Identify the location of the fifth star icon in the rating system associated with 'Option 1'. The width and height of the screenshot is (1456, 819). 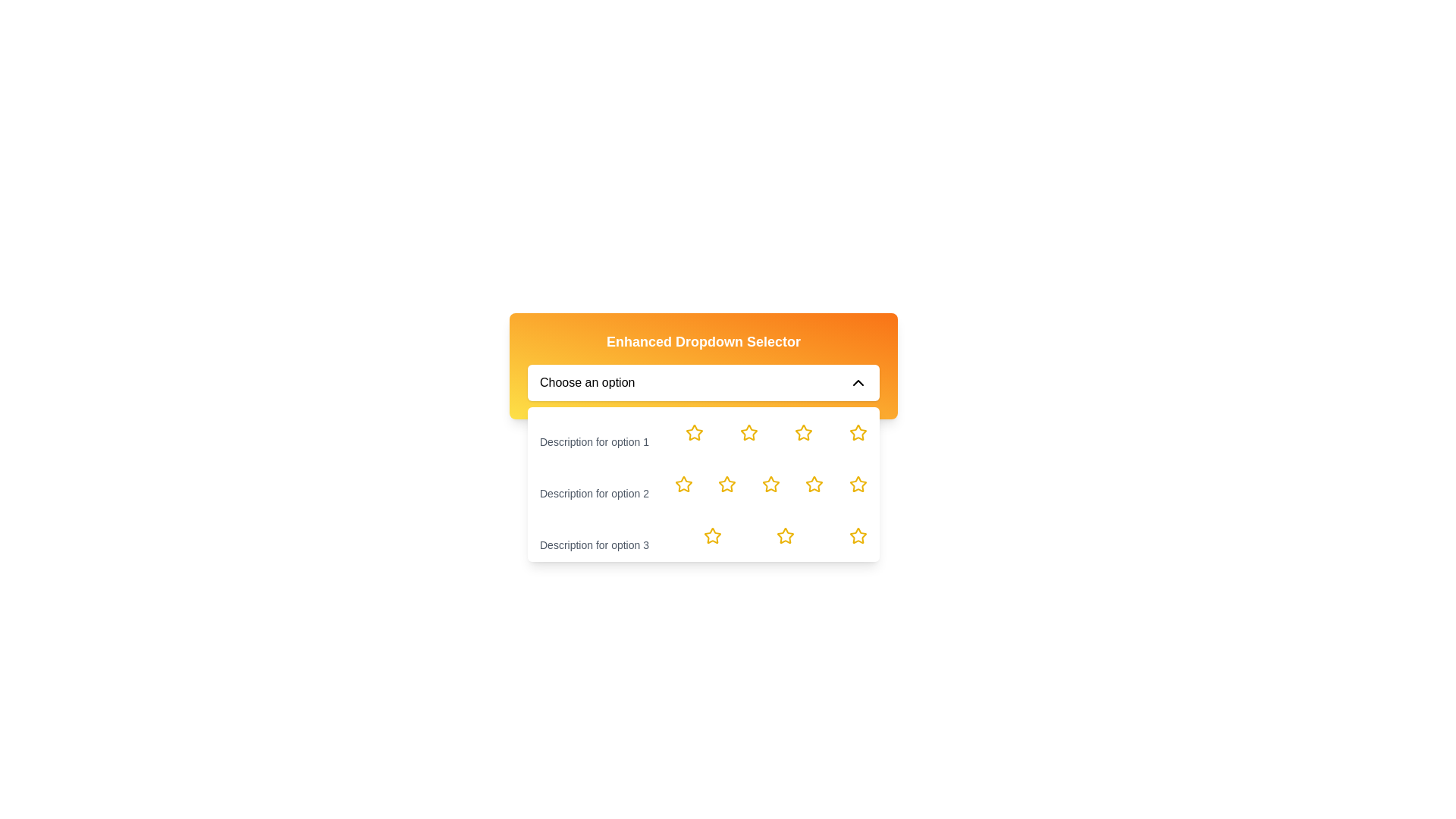
(803, 432).